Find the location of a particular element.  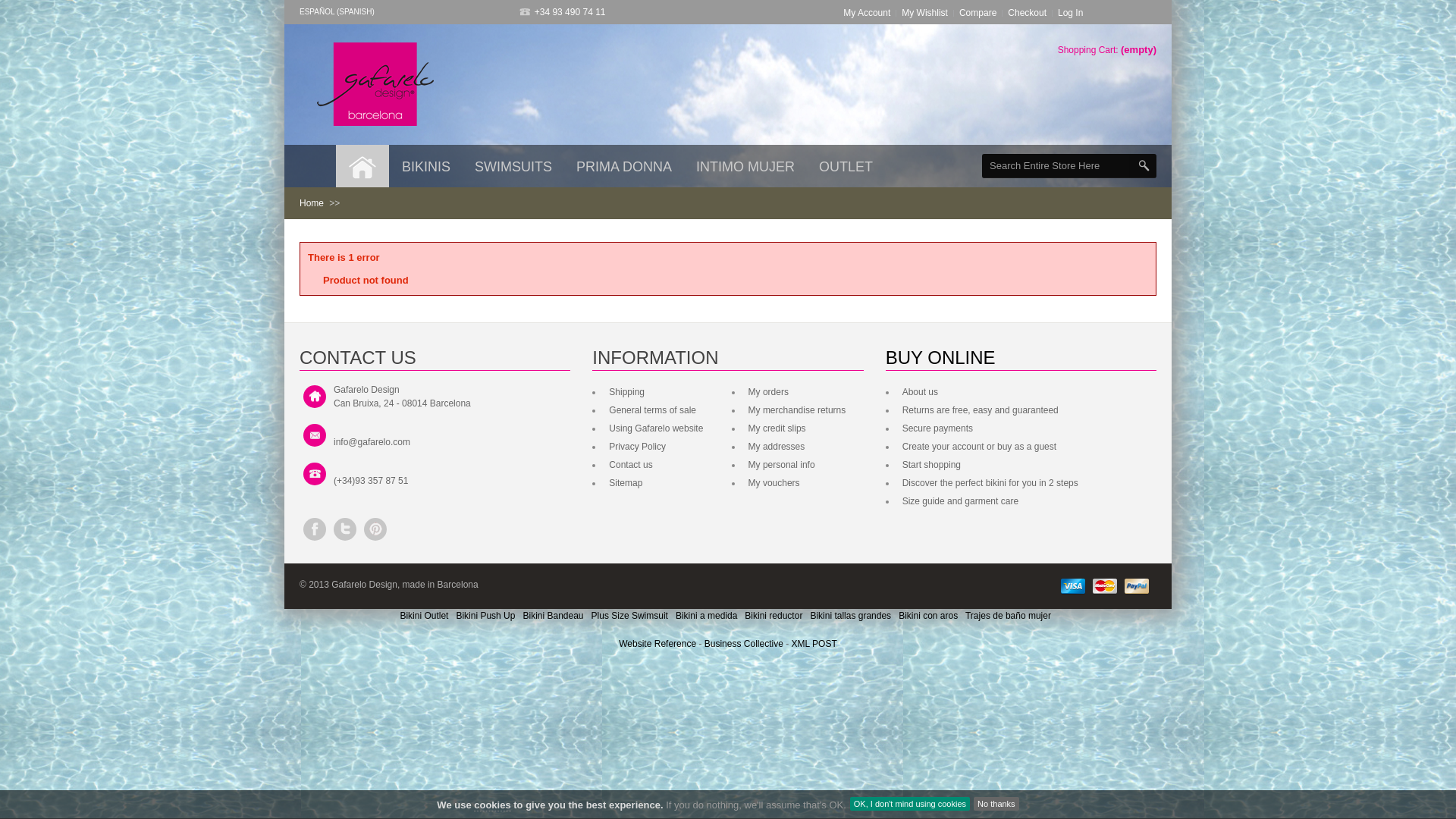

'Bikini tallas grandes' is located at coordinates (809, 616).